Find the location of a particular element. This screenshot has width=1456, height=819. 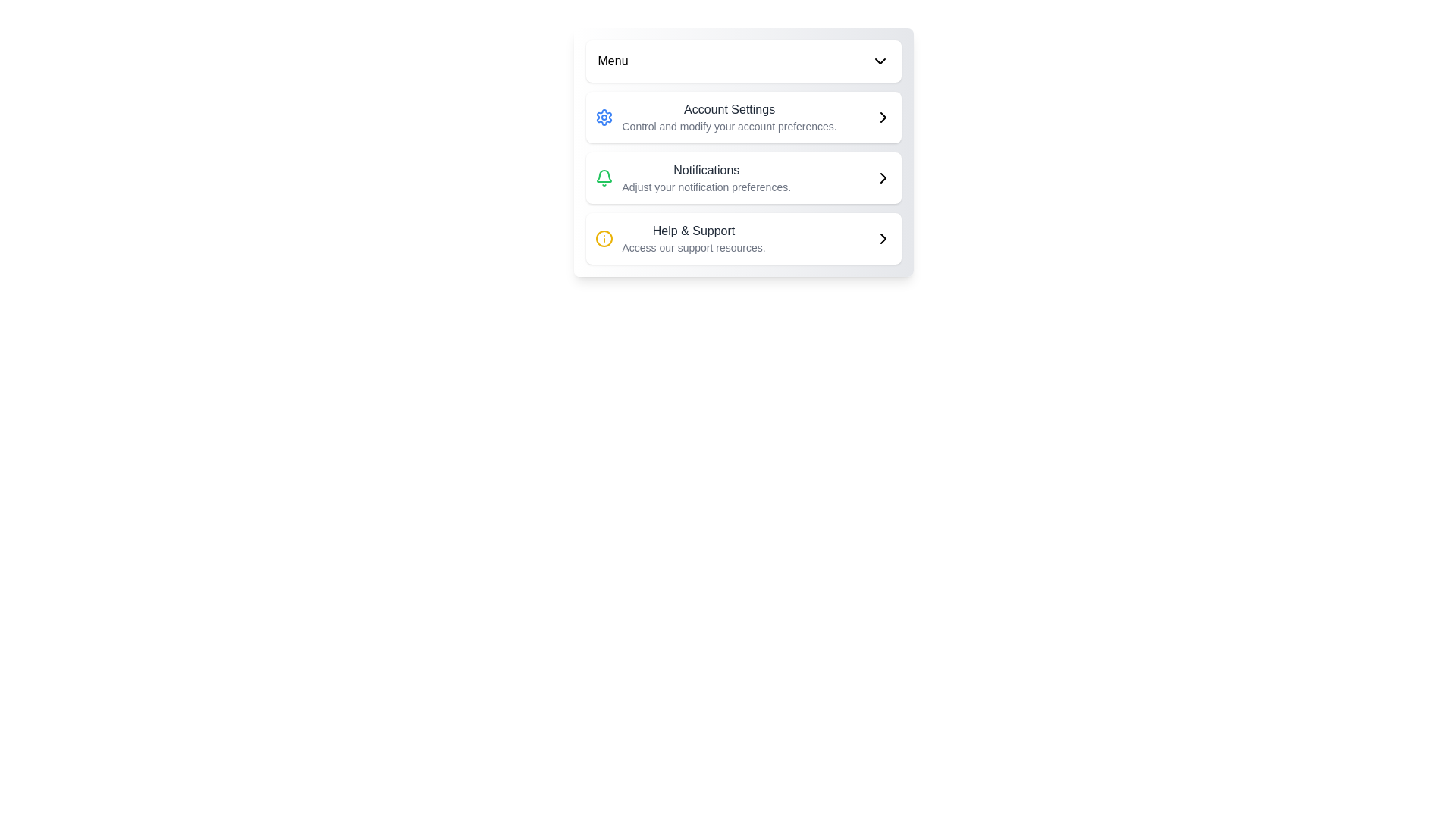

the 'Notifications' menu item, which features a green bell icon and bold title text is located at coordinates (692, 177).